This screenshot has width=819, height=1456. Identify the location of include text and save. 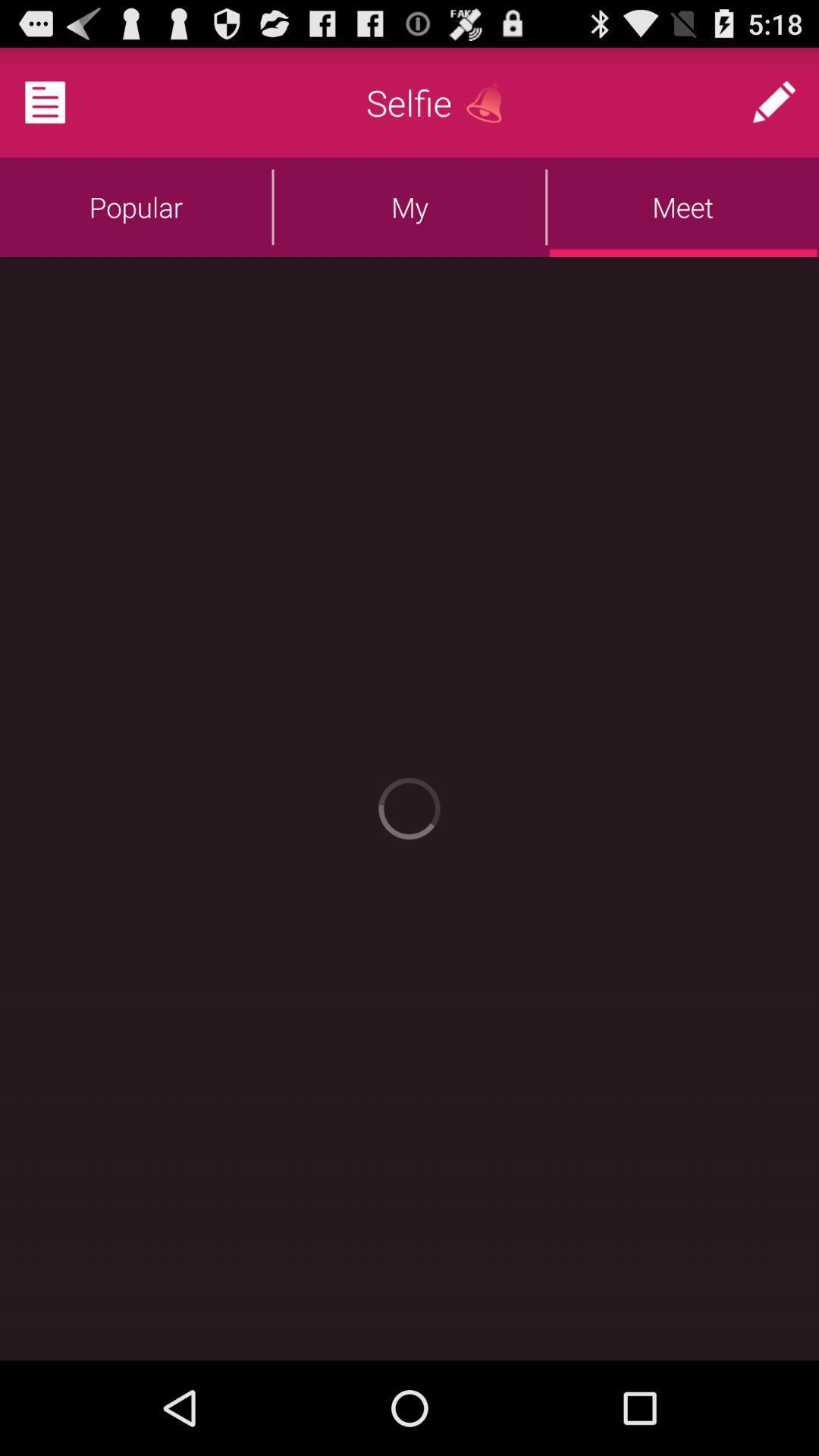
(63, 101).